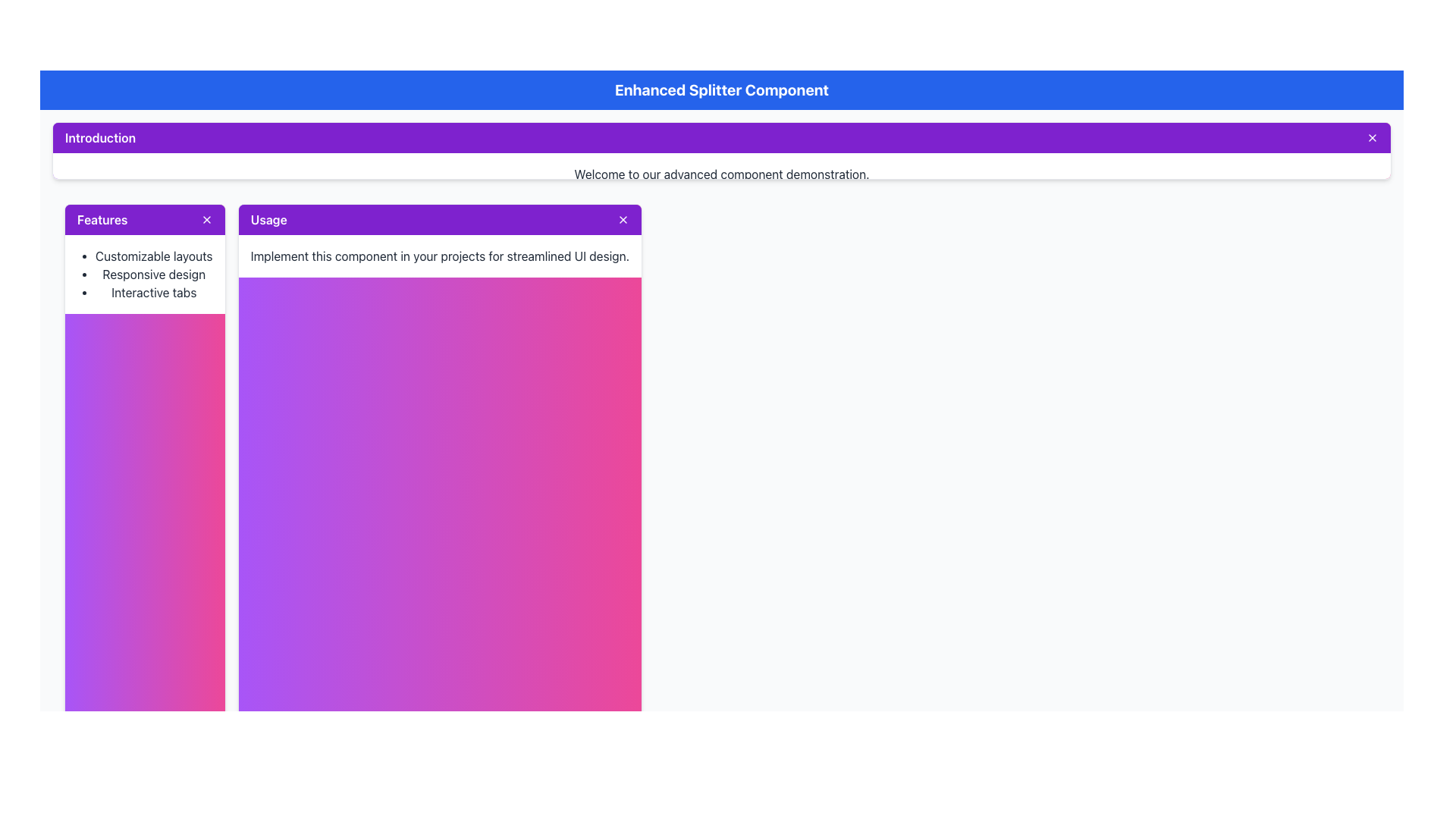  What do you see at coordinates (439, 255) in the screenshot?
I see `the text block that contains the message 'Implement this component in your projects for streamlined UI design' located in the 'Usage' section beneath the Usage header` at bounding box center [439, 255].